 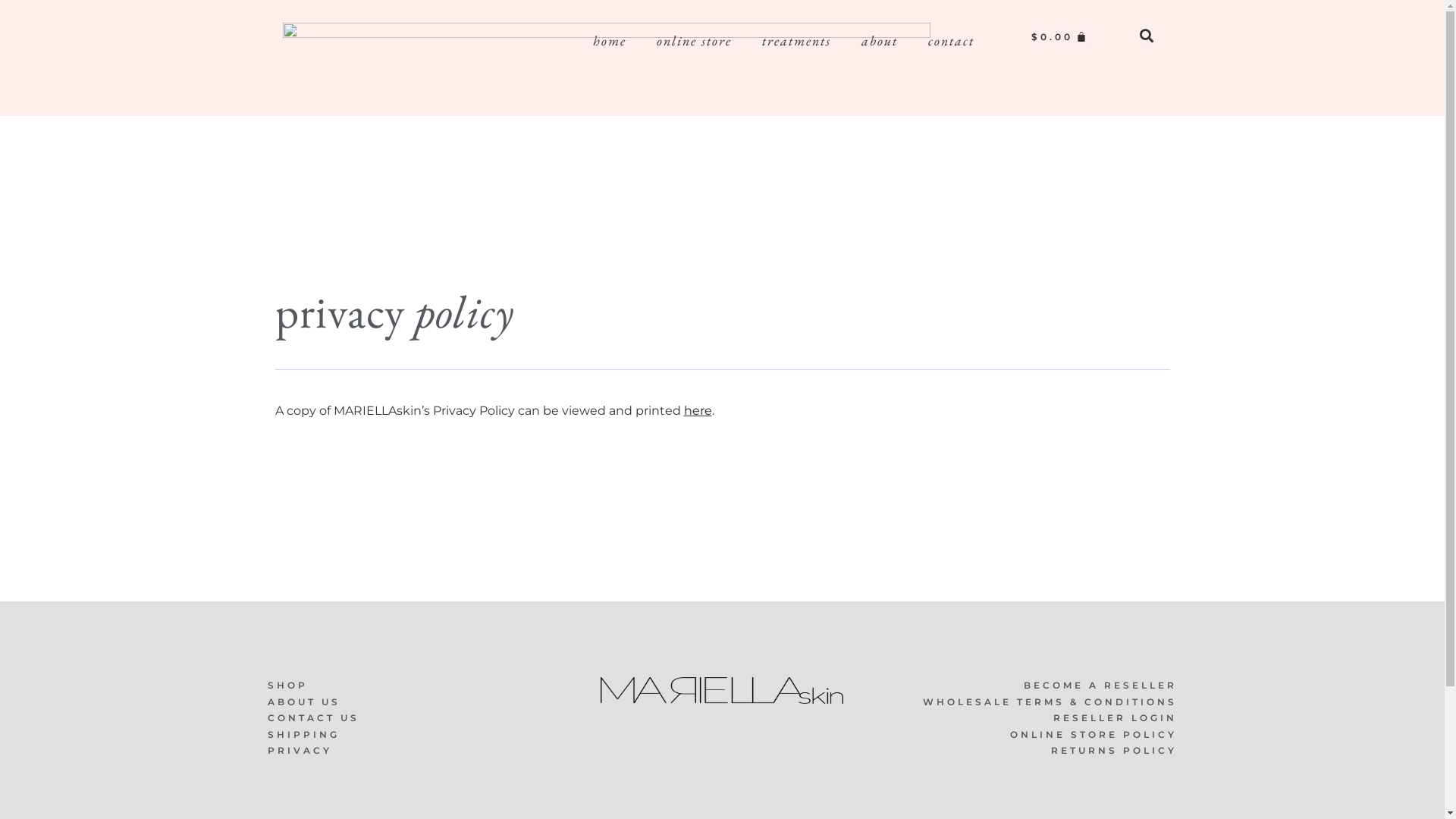 I want to click on 'RETURNS POLICY', so click(x=1025, y=751).